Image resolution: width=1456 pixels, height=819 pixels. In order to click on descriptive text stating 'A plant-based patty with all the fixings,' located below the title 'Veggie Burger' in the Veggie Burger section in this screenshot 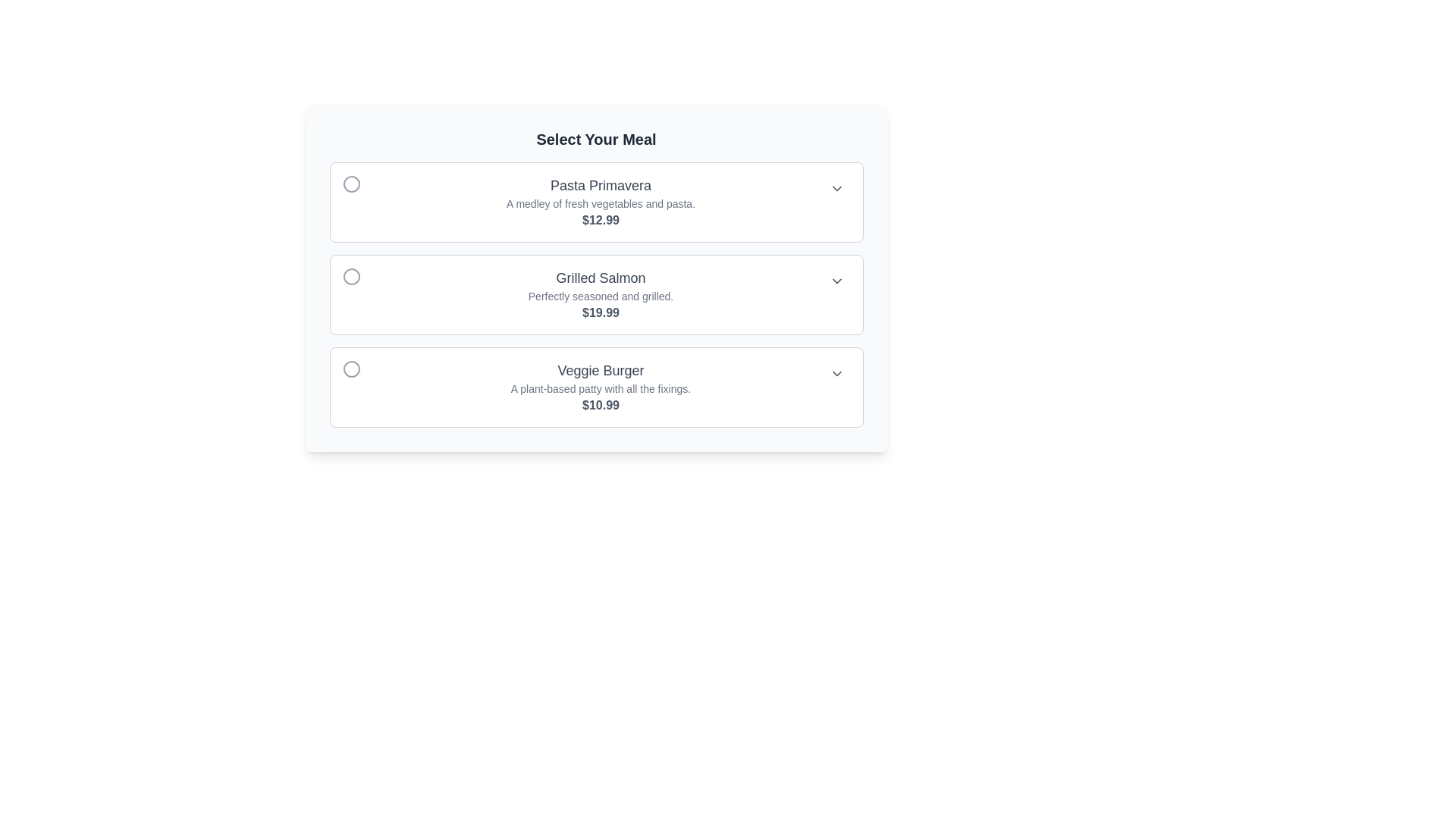, I will do `click(600, 388)`.